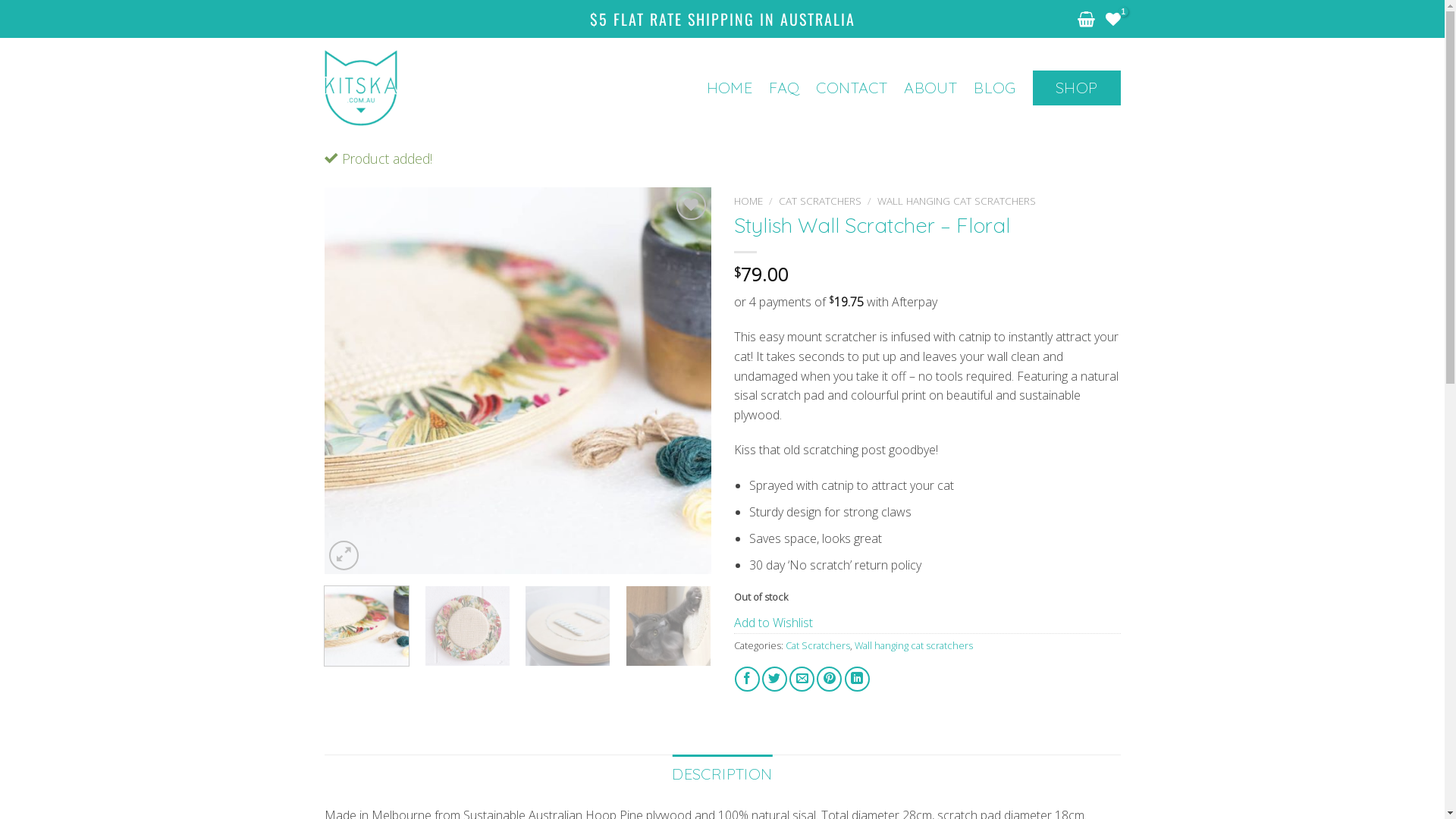 Image resolution: width=1456 pixels, height=819 pixels. Describe the element at coordinates (828, 678) in the screenshot. I see `'Pin on Pinterest'` at that location.